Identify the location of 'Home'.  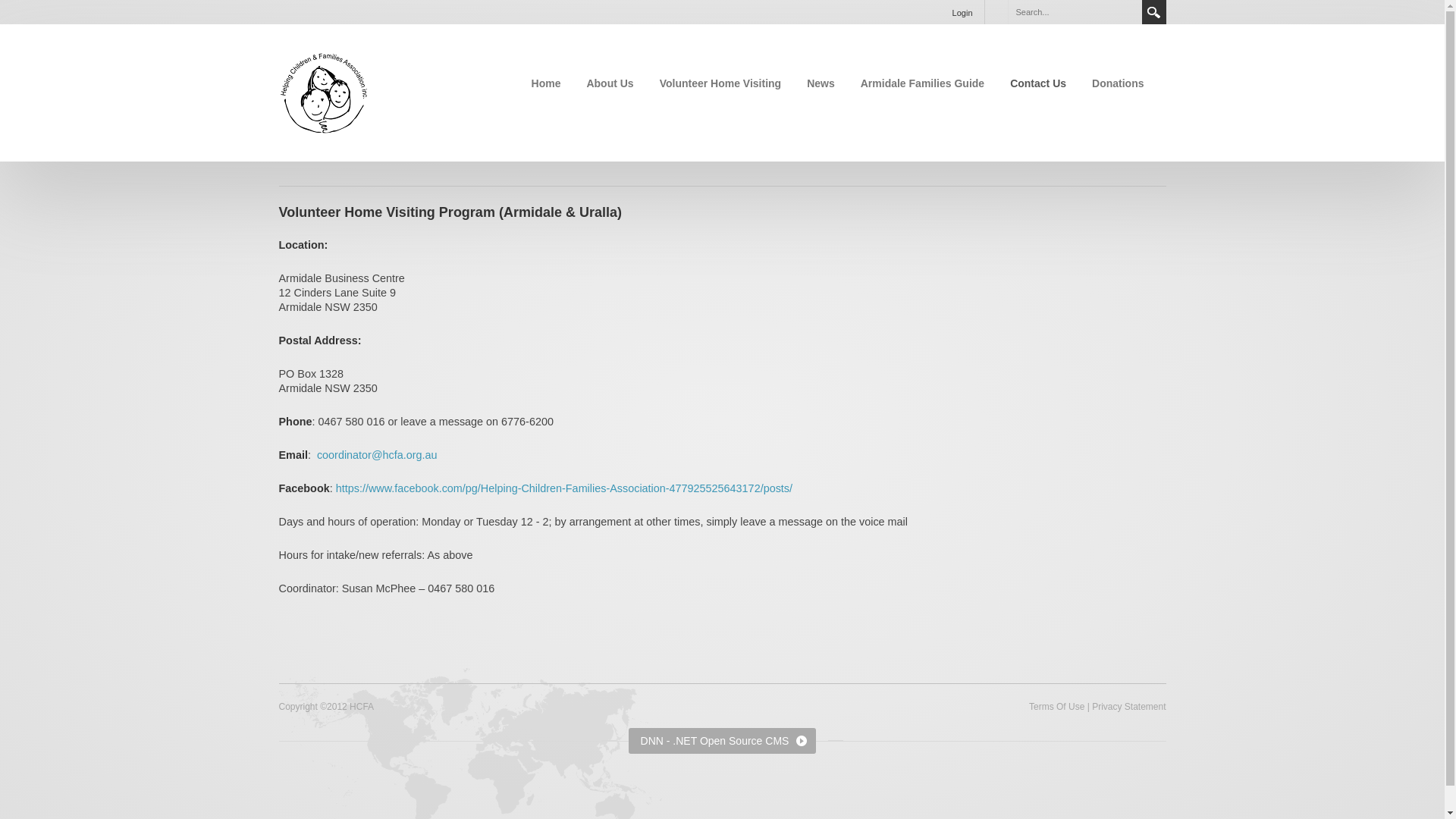
(546, 83).